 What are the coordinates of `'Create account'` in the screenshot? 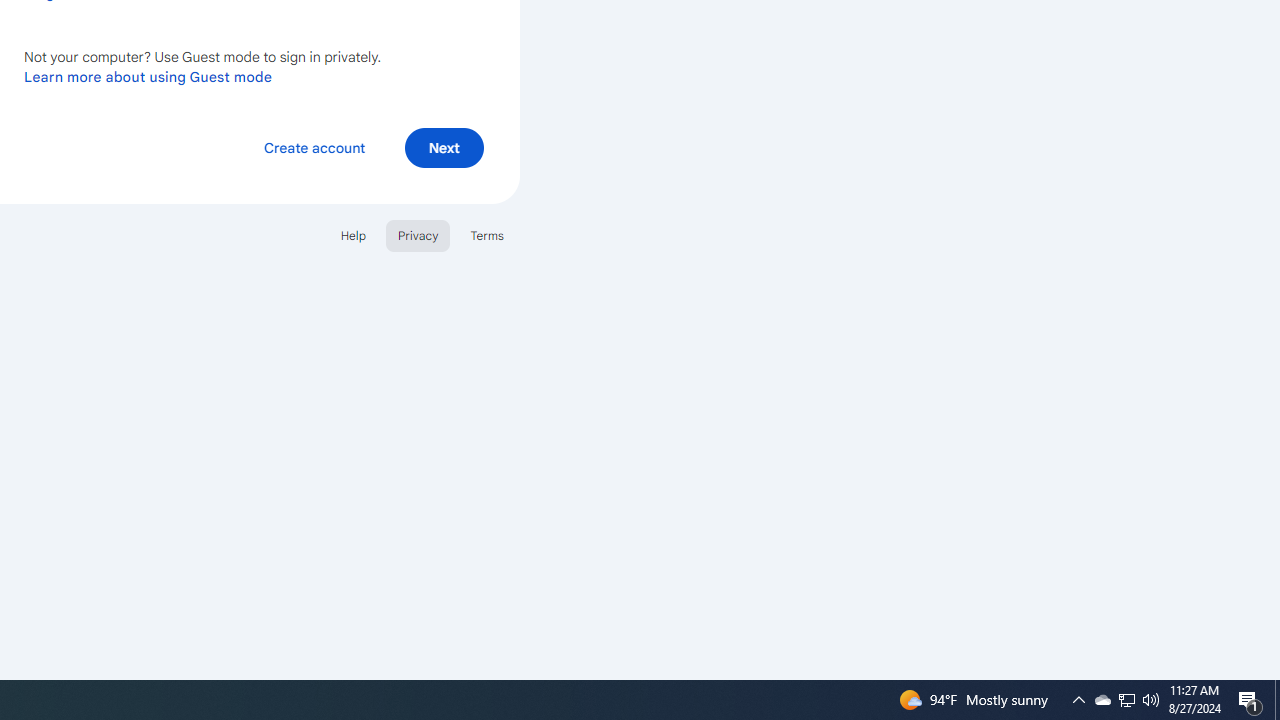 It's located at (313, 146).